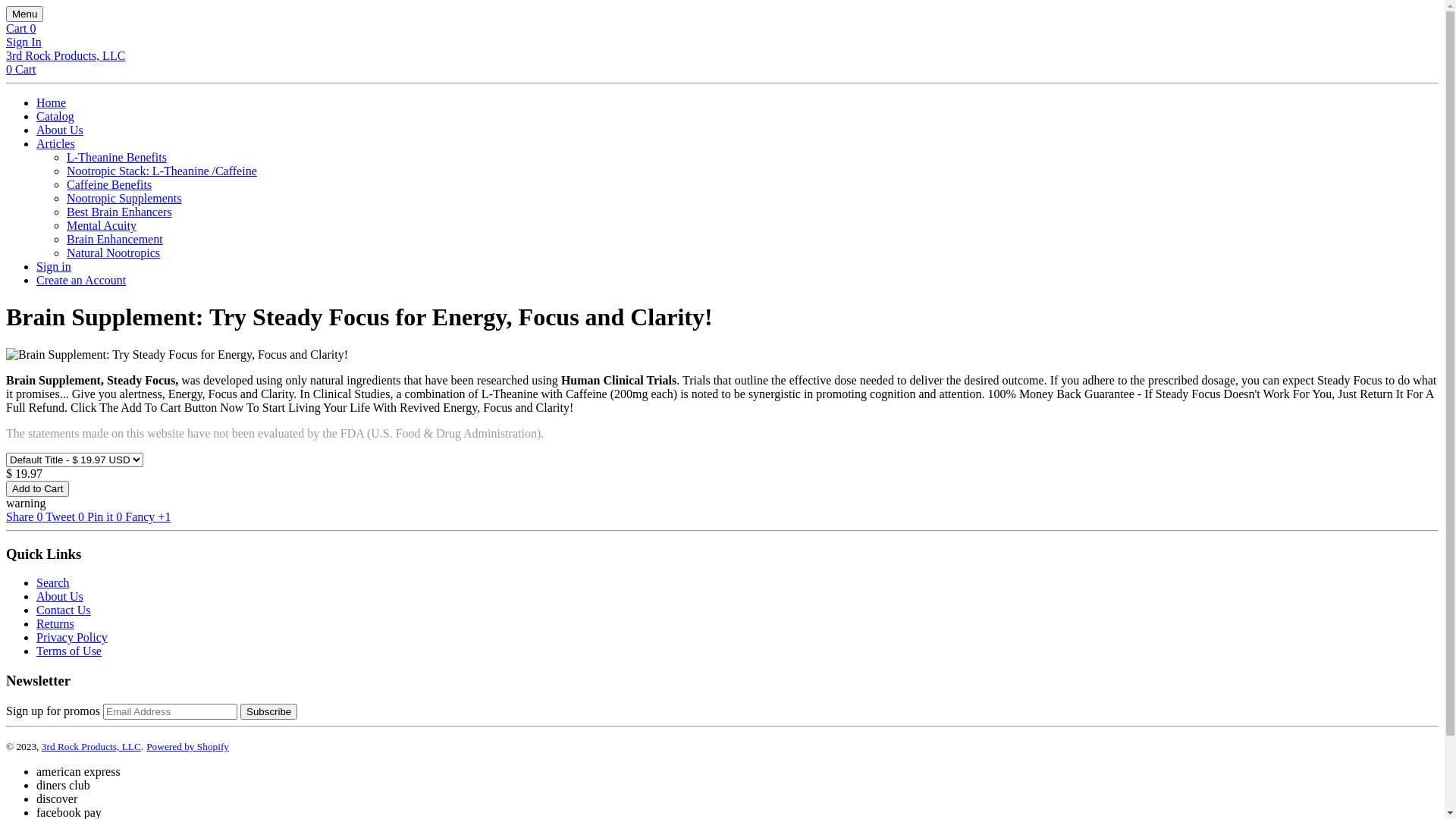  I want to click on 'Sign In', so click(6, 41).